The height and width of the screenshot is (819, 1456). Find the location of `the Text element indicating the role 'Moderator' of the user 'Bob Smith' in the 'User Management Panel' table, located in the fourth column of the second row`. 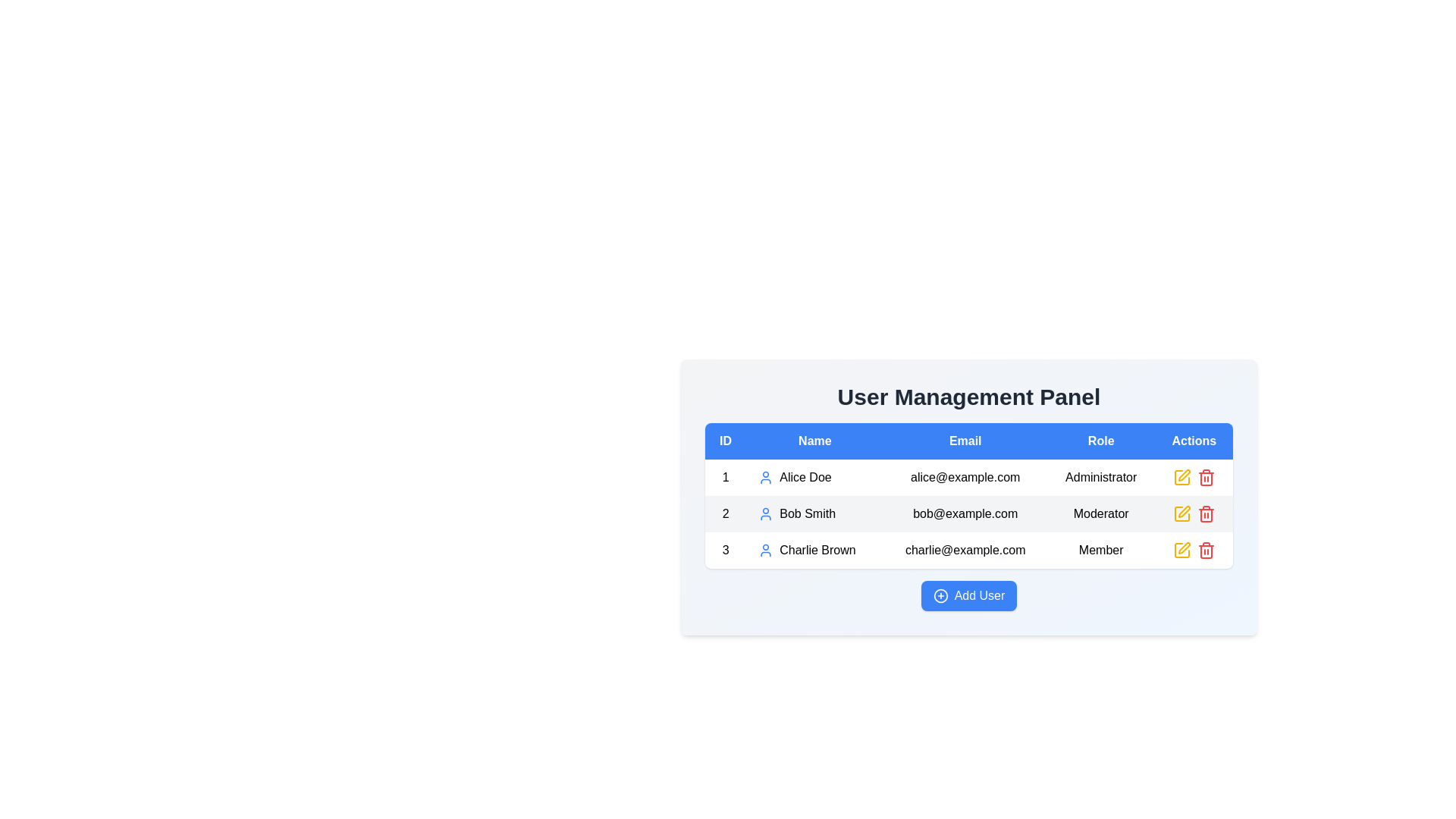

the Text element indicating the role 'Moderator' of the user 'Bob Smith' in the 'User Management Panel' table, located in the fourth column of the second row is located at coordinates (1101, 513).